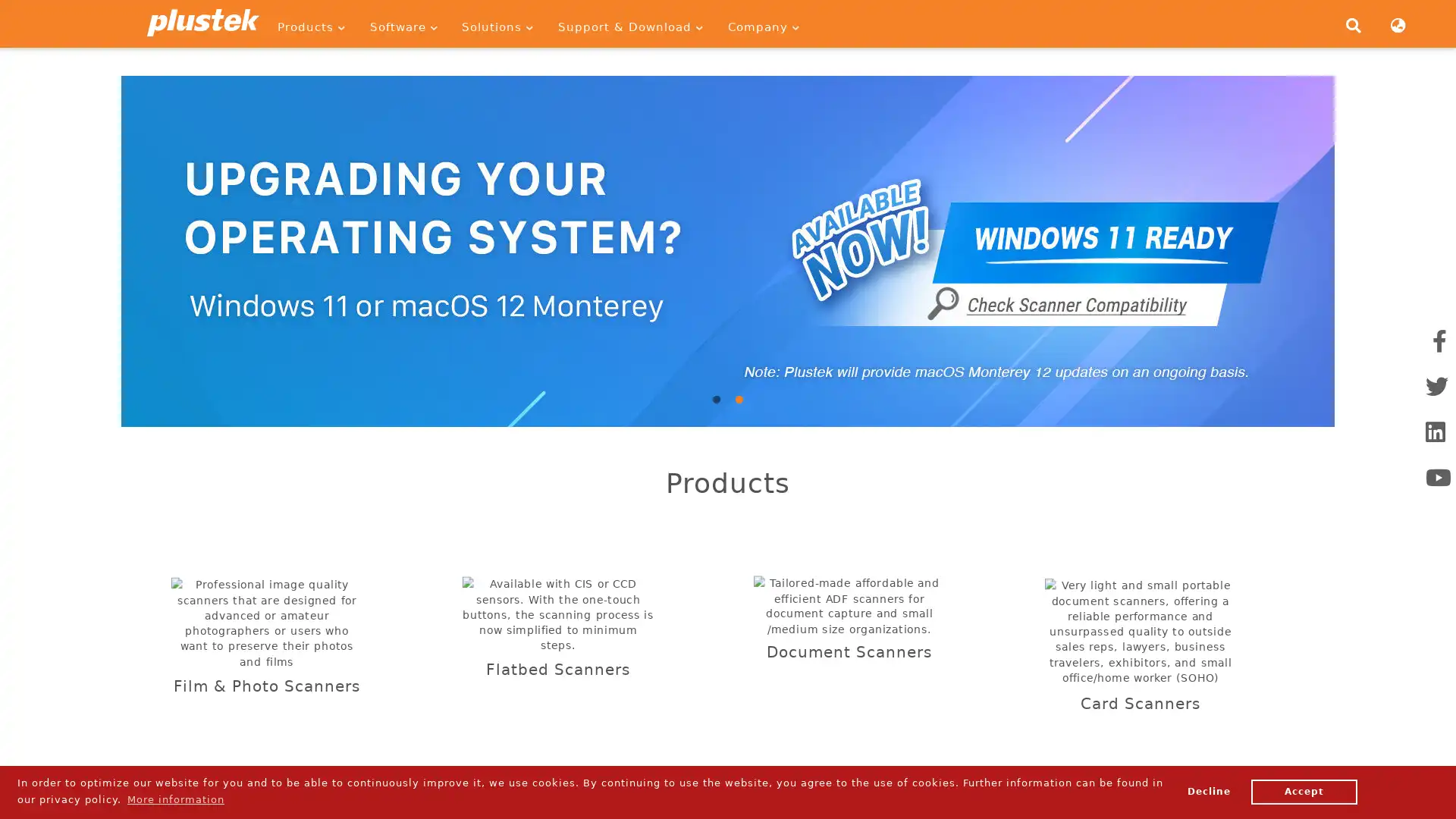  What do you see at coordinates (1207, 791) in the screenshot?
I see `deny cookies` at bounding box center [1207, 791].